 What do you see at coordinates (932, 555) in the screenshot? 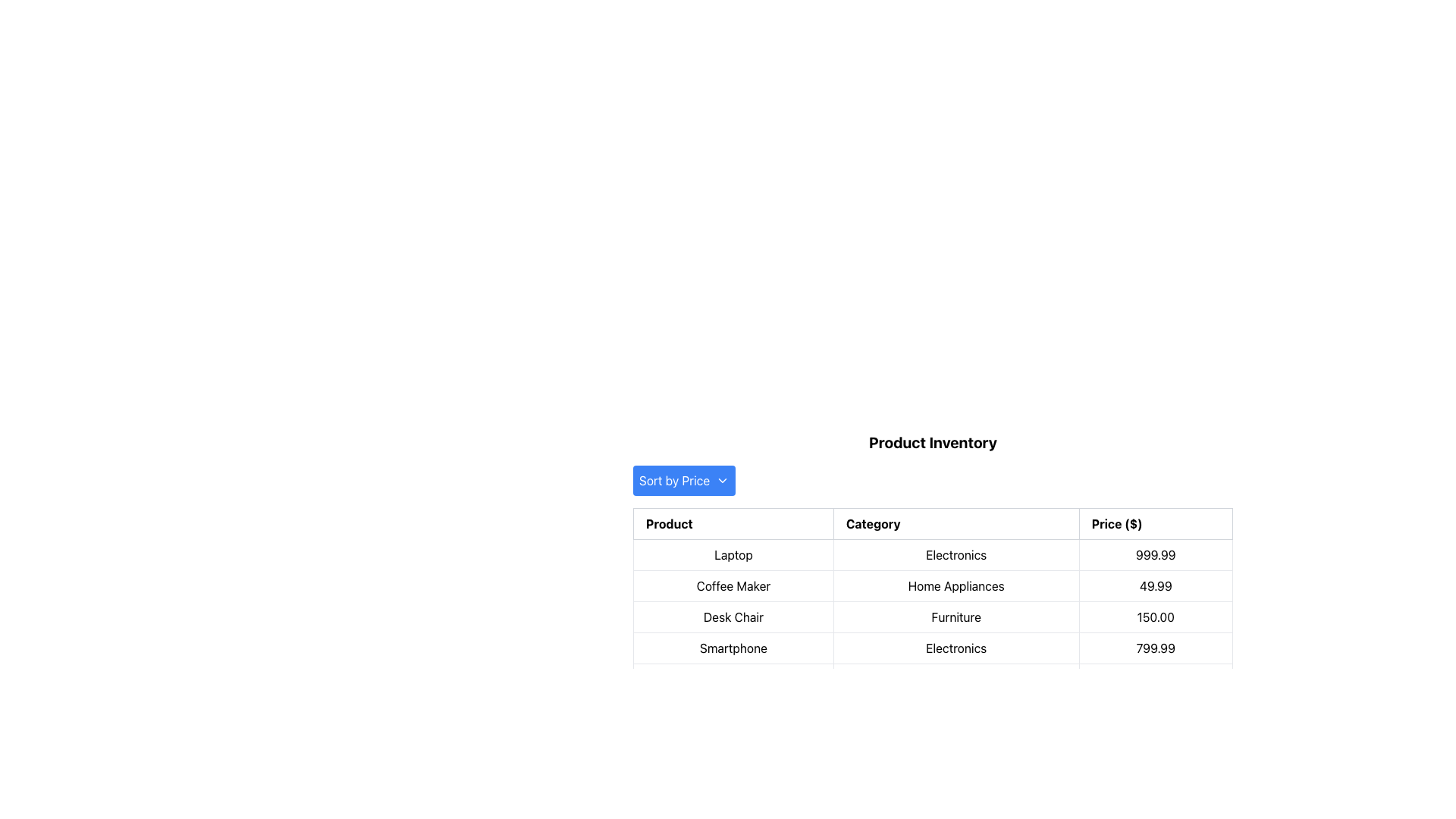
I see `the first row of the table displaying 'Laptop' on the left, 'Electronics' in the middle, and '999.99' on the right for selection` at bounding box center [932, 555].